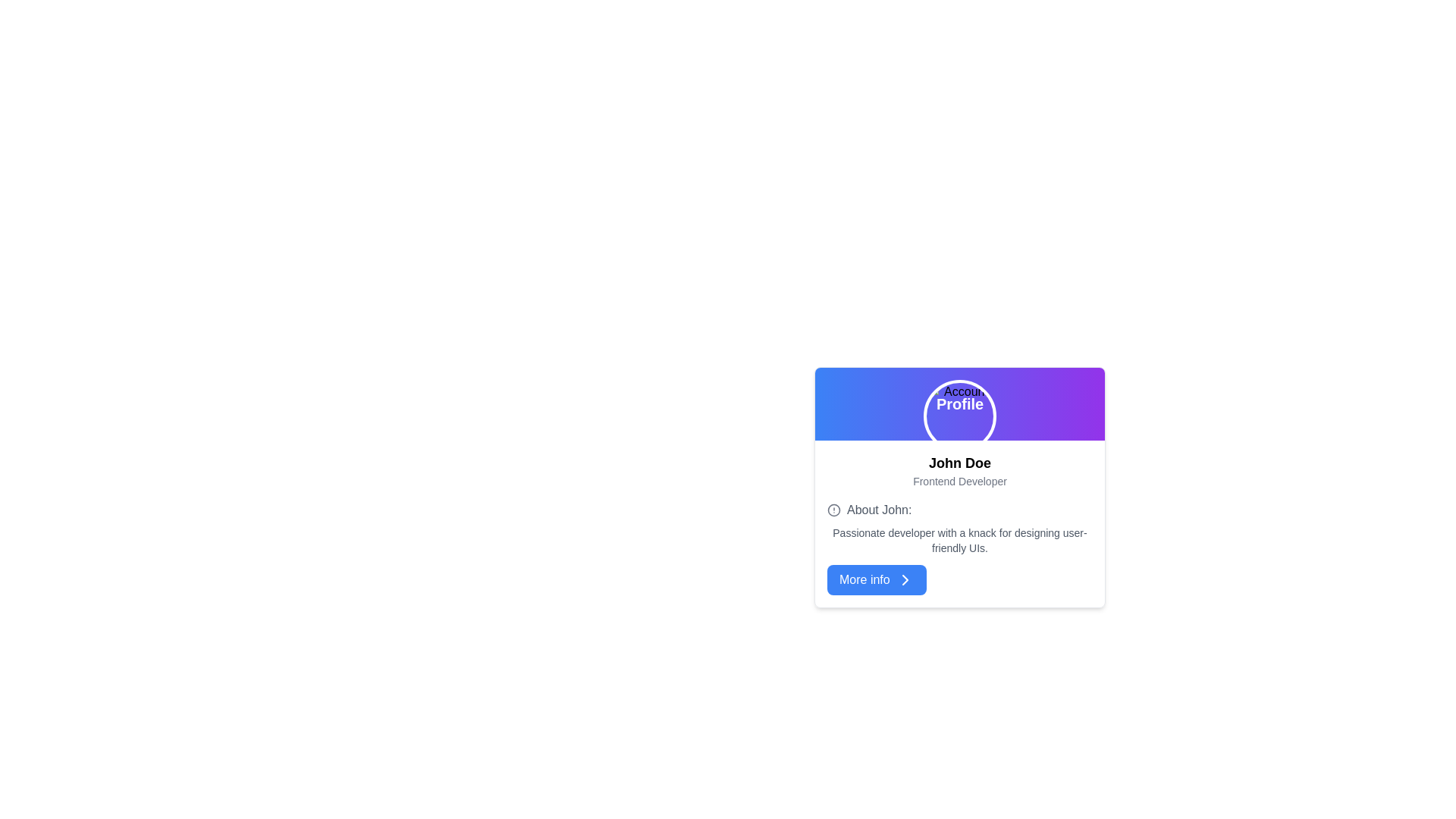  Describe the element at coordinates (959, 416) in the screenshot. I see `the profile picture image element located at the top of the user account card, which visually represents the user` at that location.